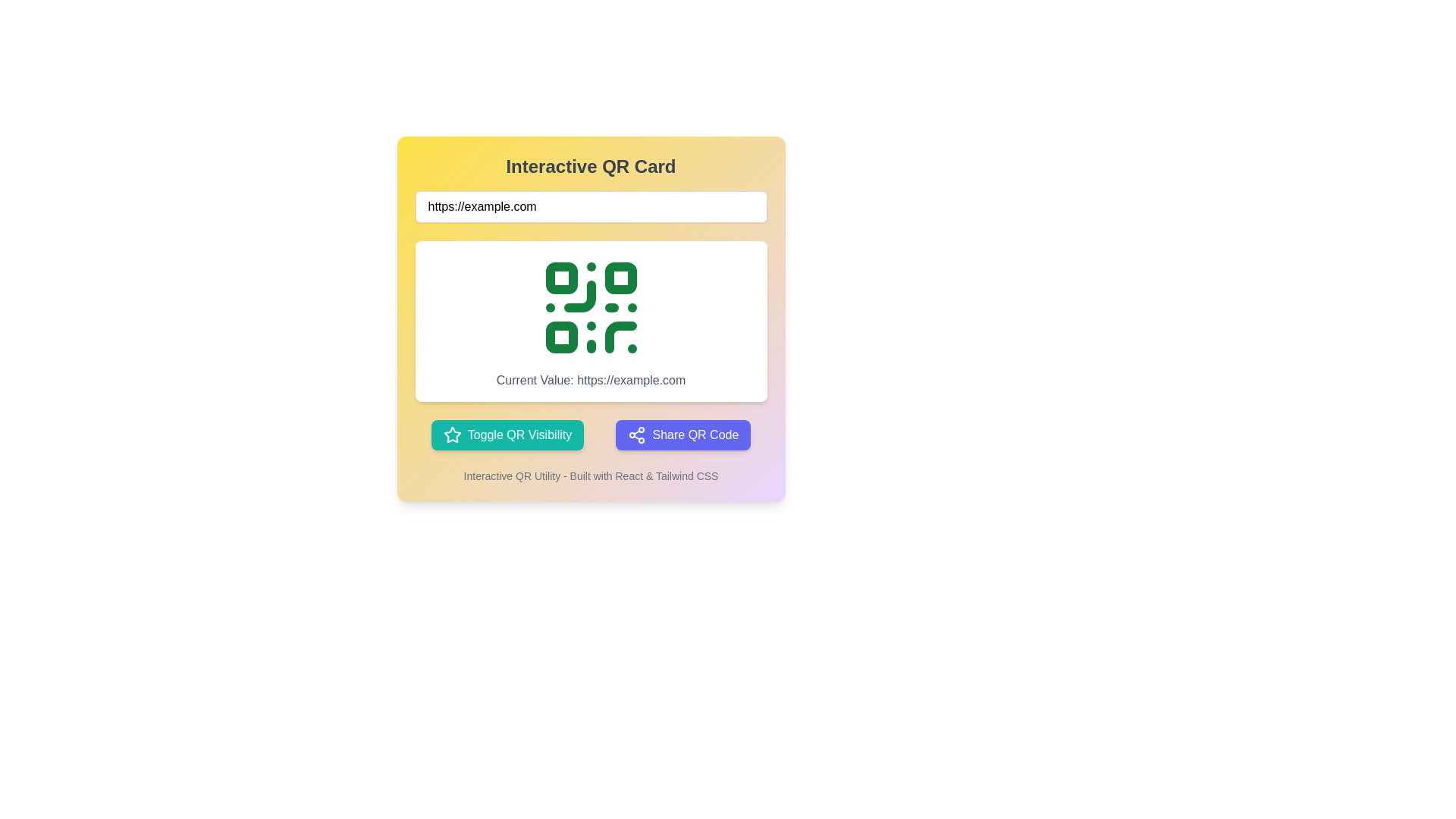  What do you see at coordinates (590, 379) in the screenshot?
I see `text displayed in the Text Label that shows the current URL value represented by the QR code, located at the bottom of the primary card section, directly below the QR code graphic` at bounding box center [590, 379].